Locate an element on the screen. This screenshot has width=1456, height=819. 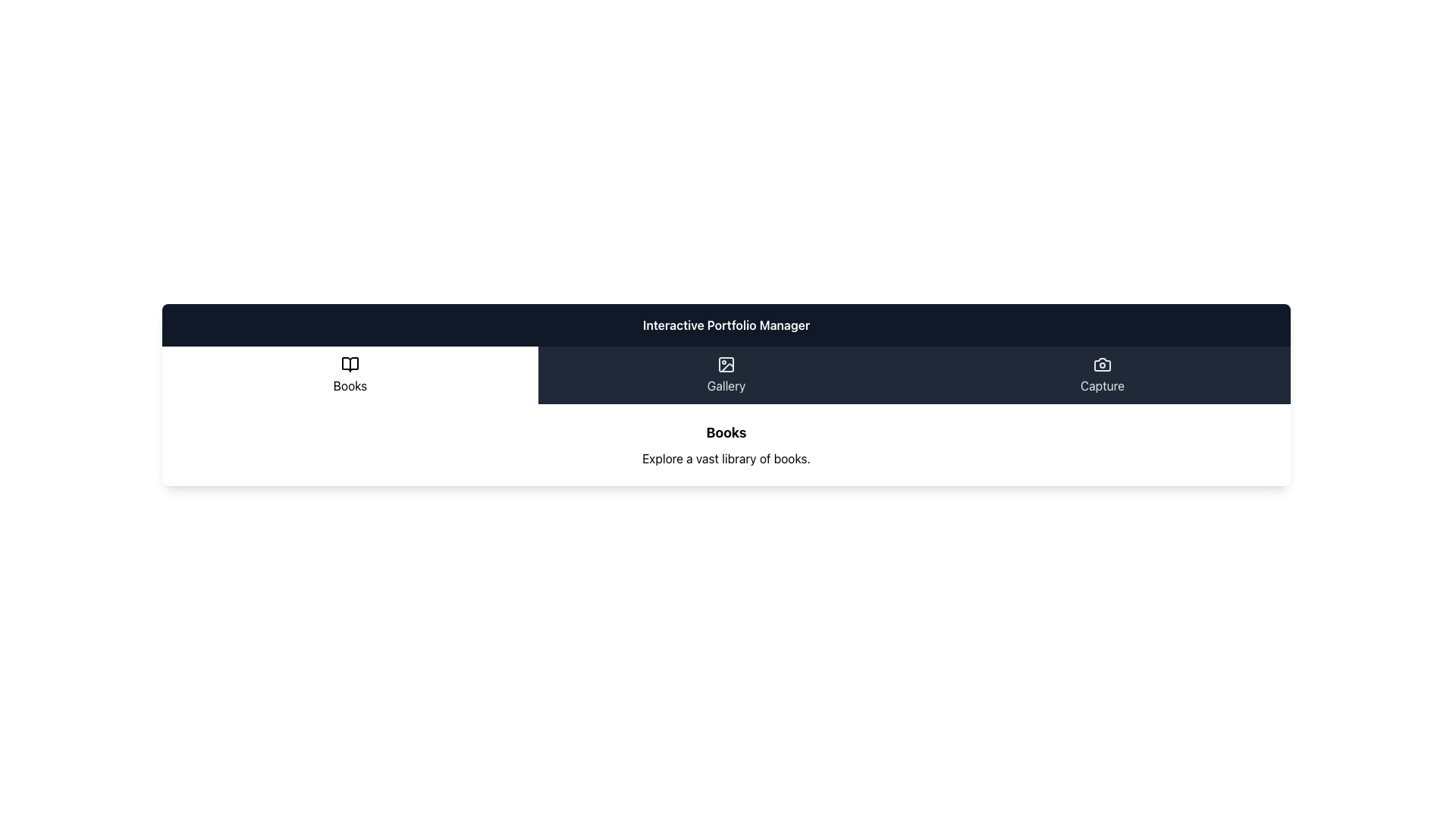
the 'Books' text label, which serves as a label for the corresponding section within the navigation area is located at coordinates (349, 385).